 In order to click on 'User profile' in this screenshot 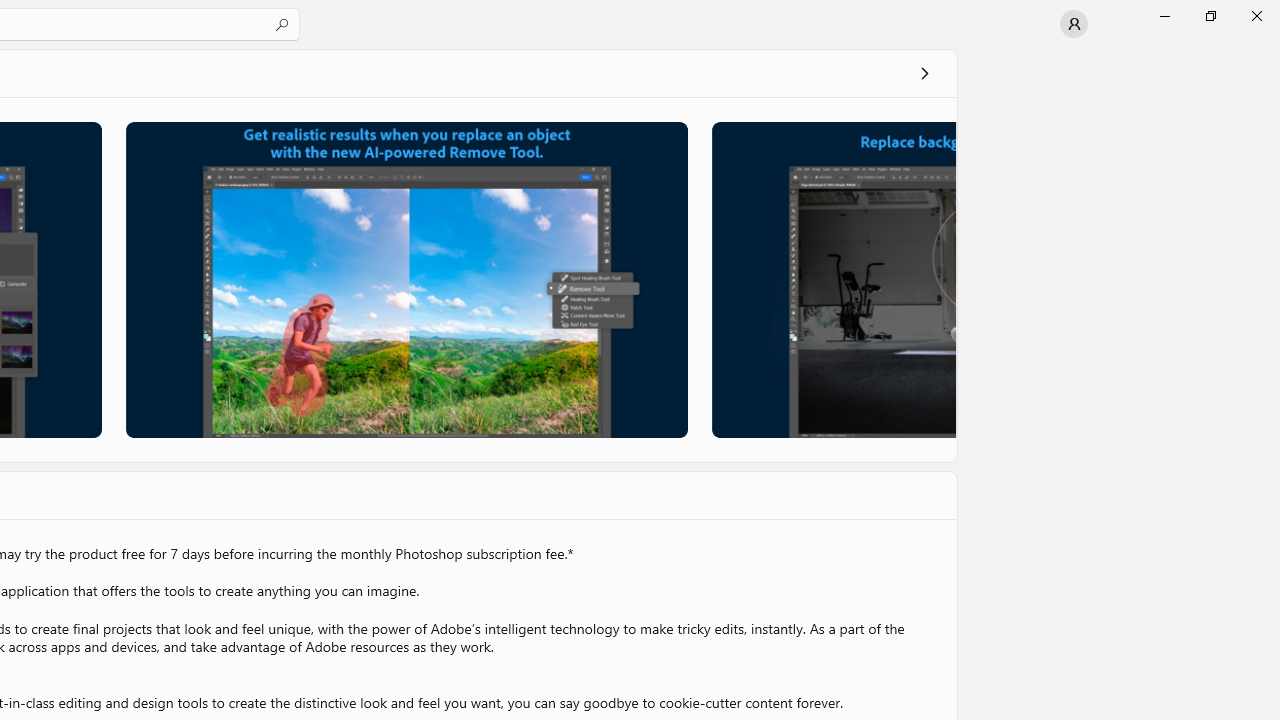, I will do `click(1072, 24)`.